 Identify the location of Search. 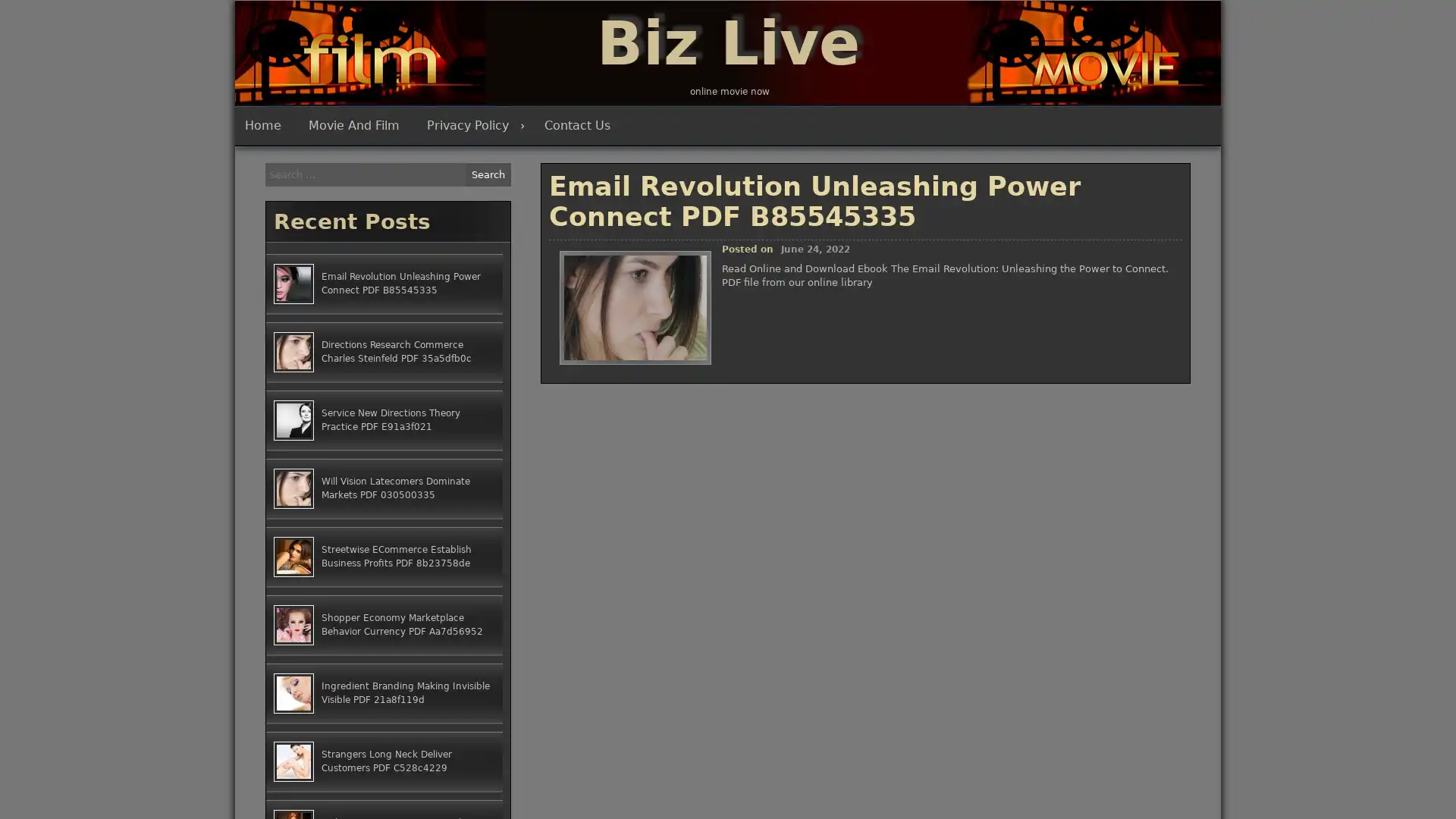
(488, 174).